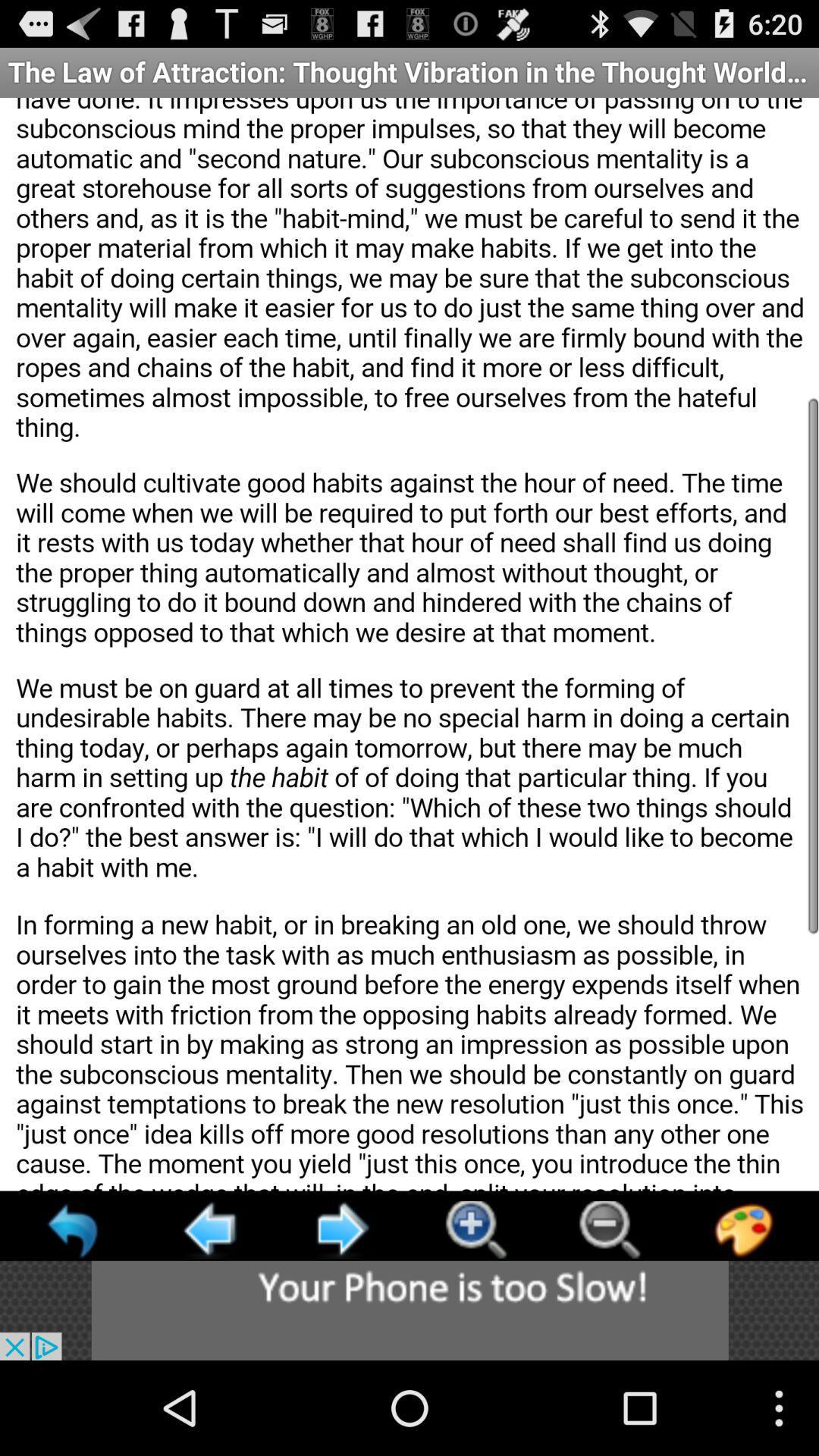  What do you see at coordinates (74, 1229) in the screenshot?
I see `previous` at bounding box center [74, 1229].